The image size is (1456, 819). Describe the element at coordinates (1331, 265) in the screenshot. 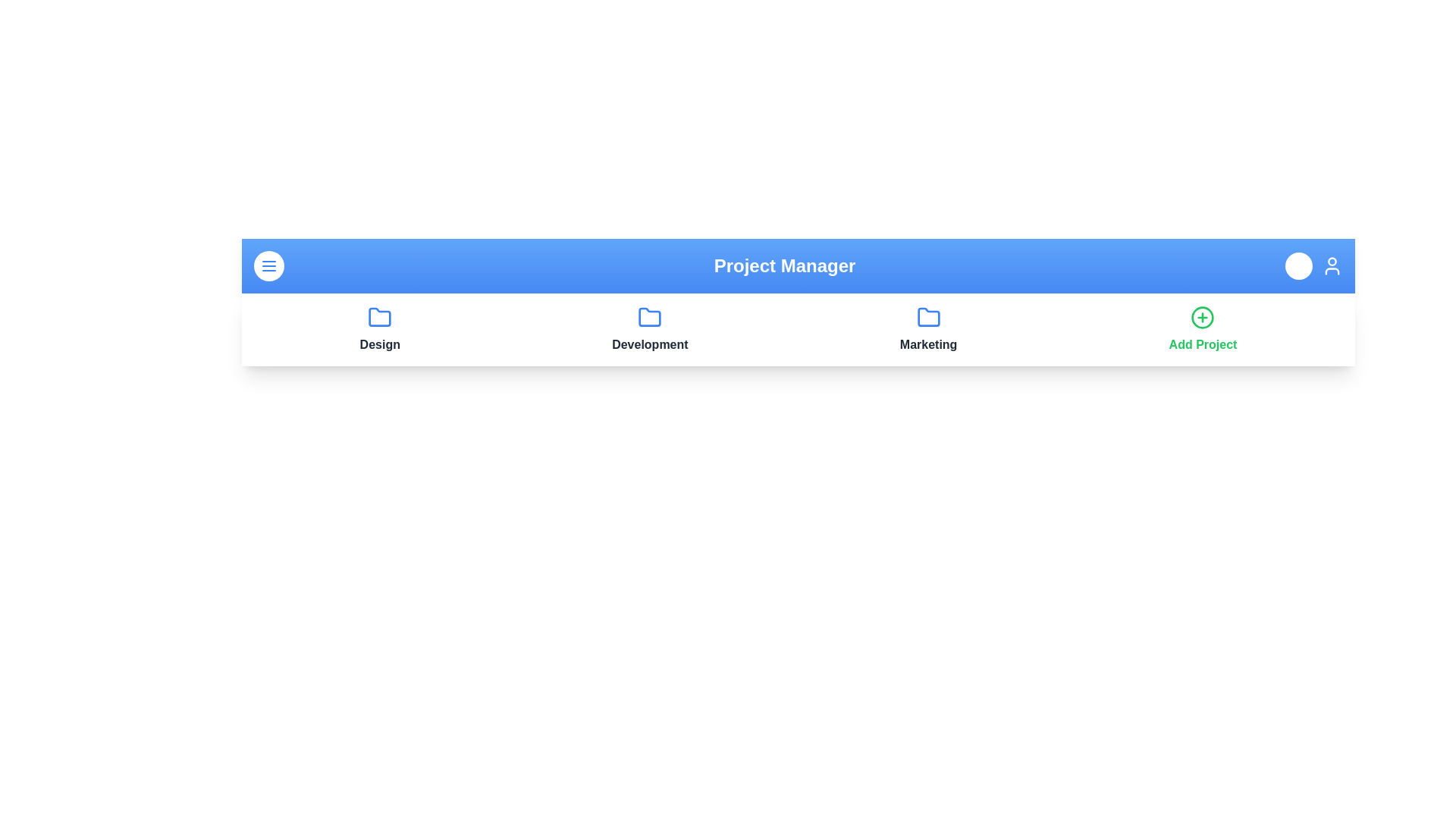

I see `the user icon to view the user profile` at that location.